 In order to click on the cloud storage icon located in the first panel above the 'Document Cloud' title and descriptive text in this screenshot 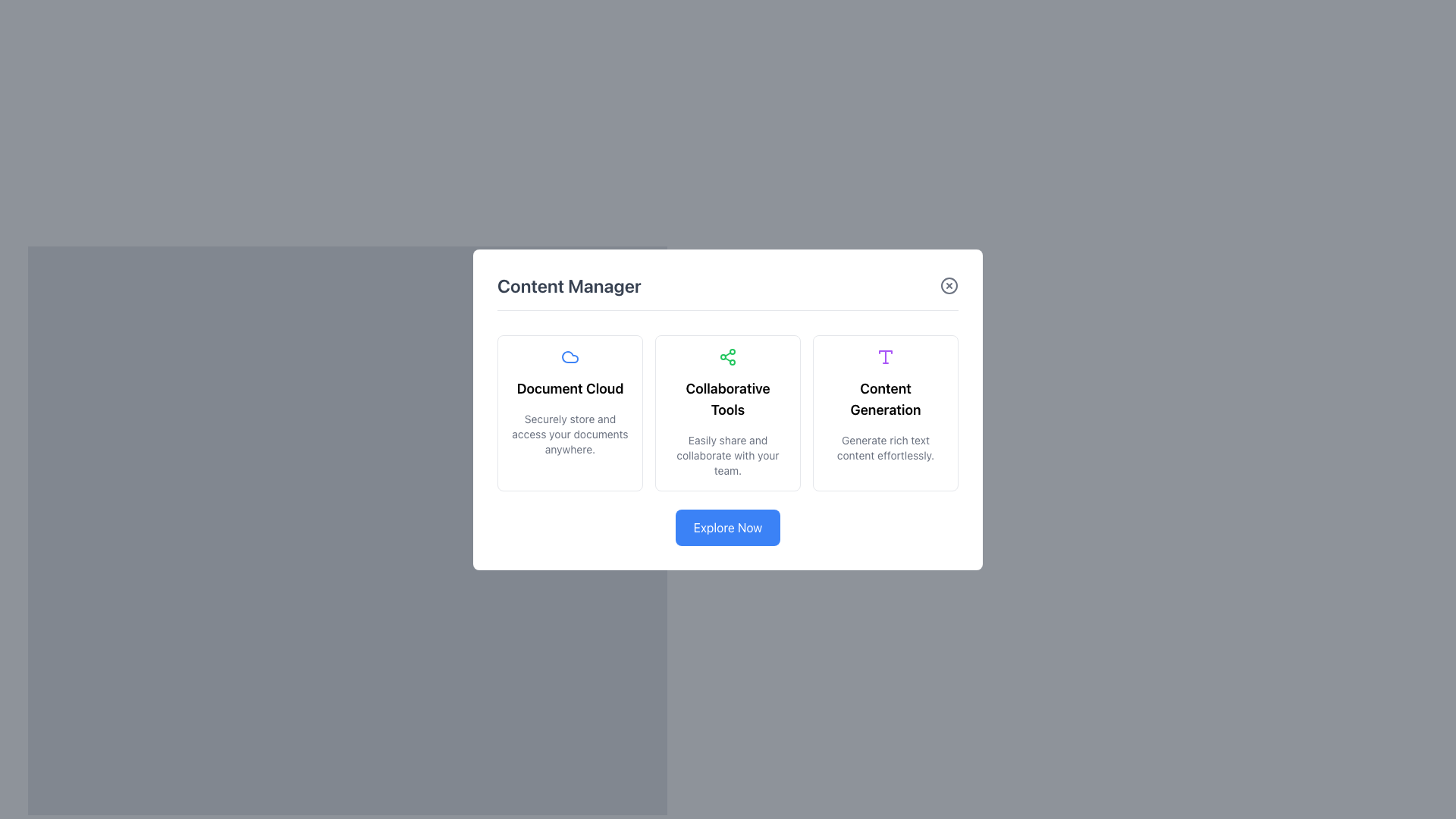, I will do `click(570, 356)`.